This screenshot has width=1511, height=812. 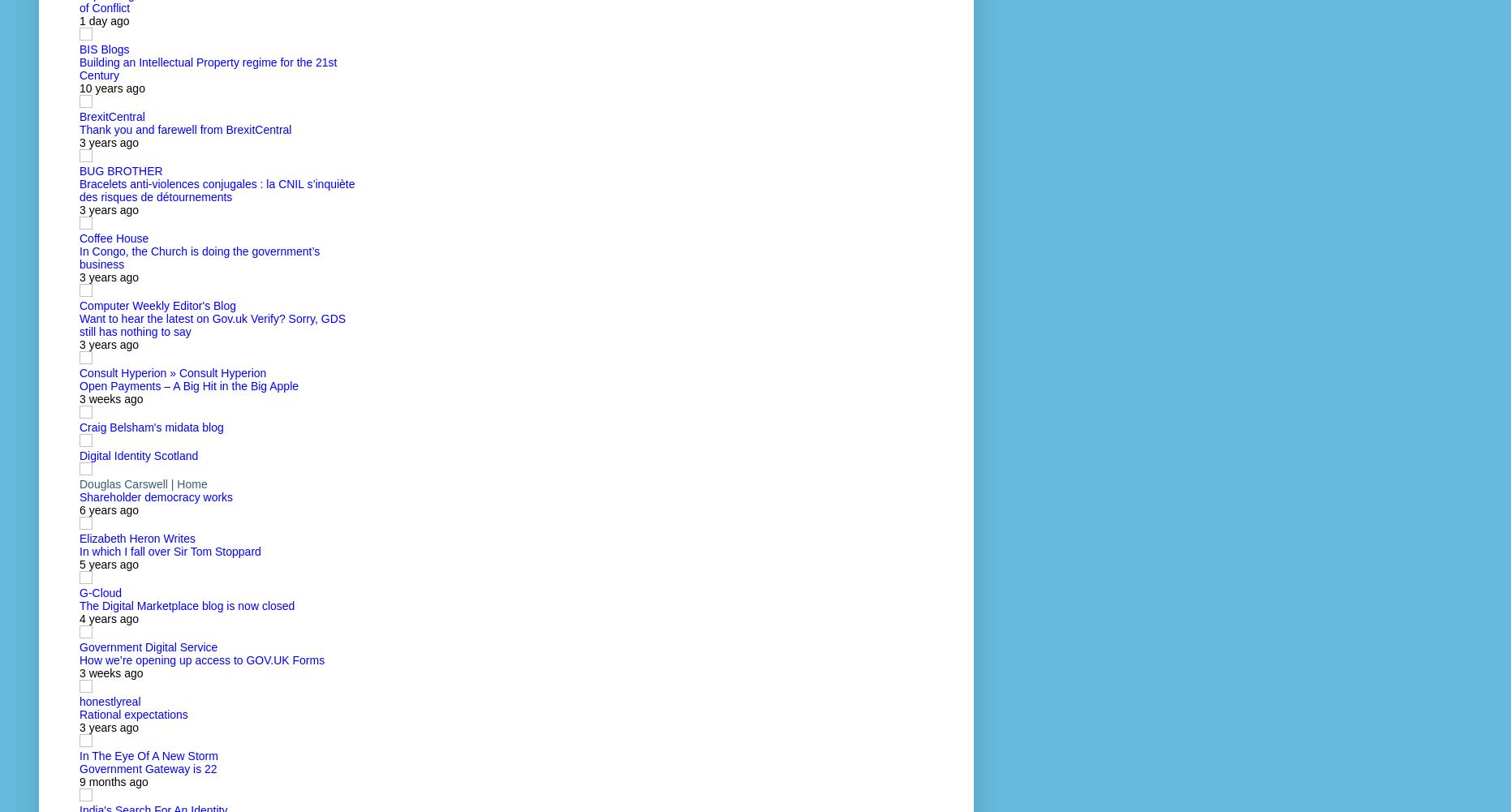 I want to click on 'Coffee House', so click(x=113, y=238).